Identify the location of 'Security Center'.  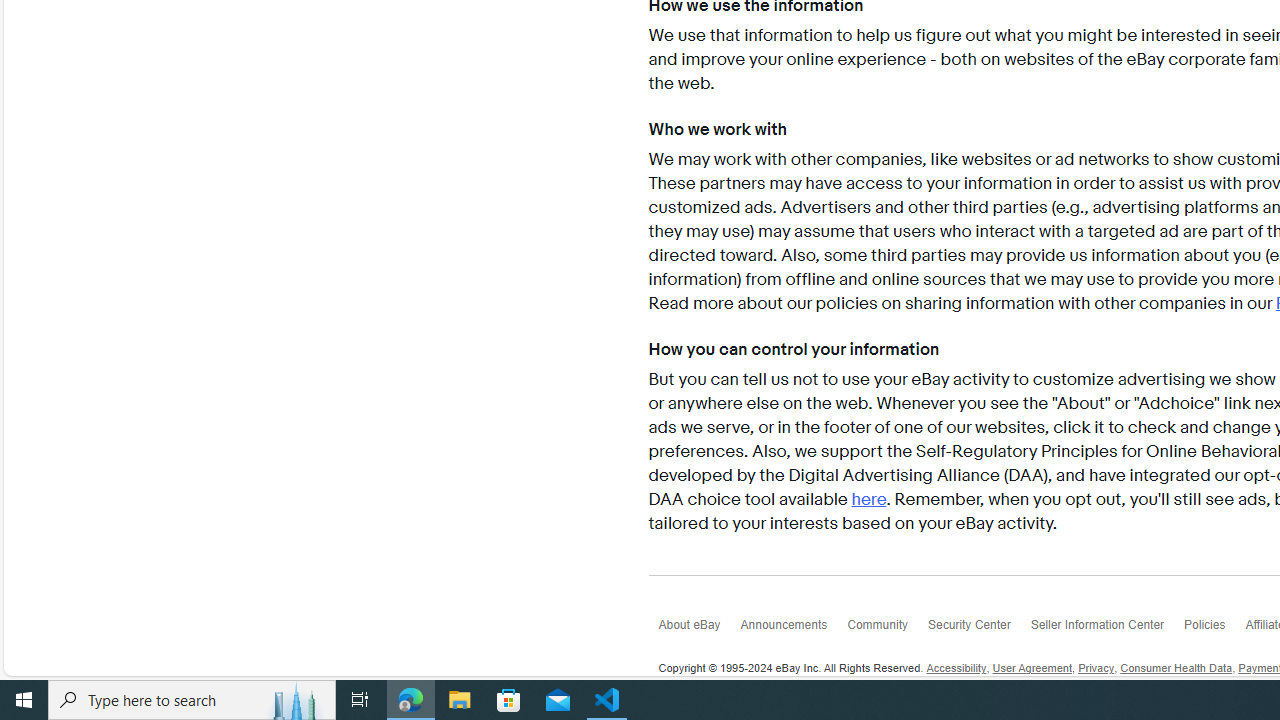
(978, 628).